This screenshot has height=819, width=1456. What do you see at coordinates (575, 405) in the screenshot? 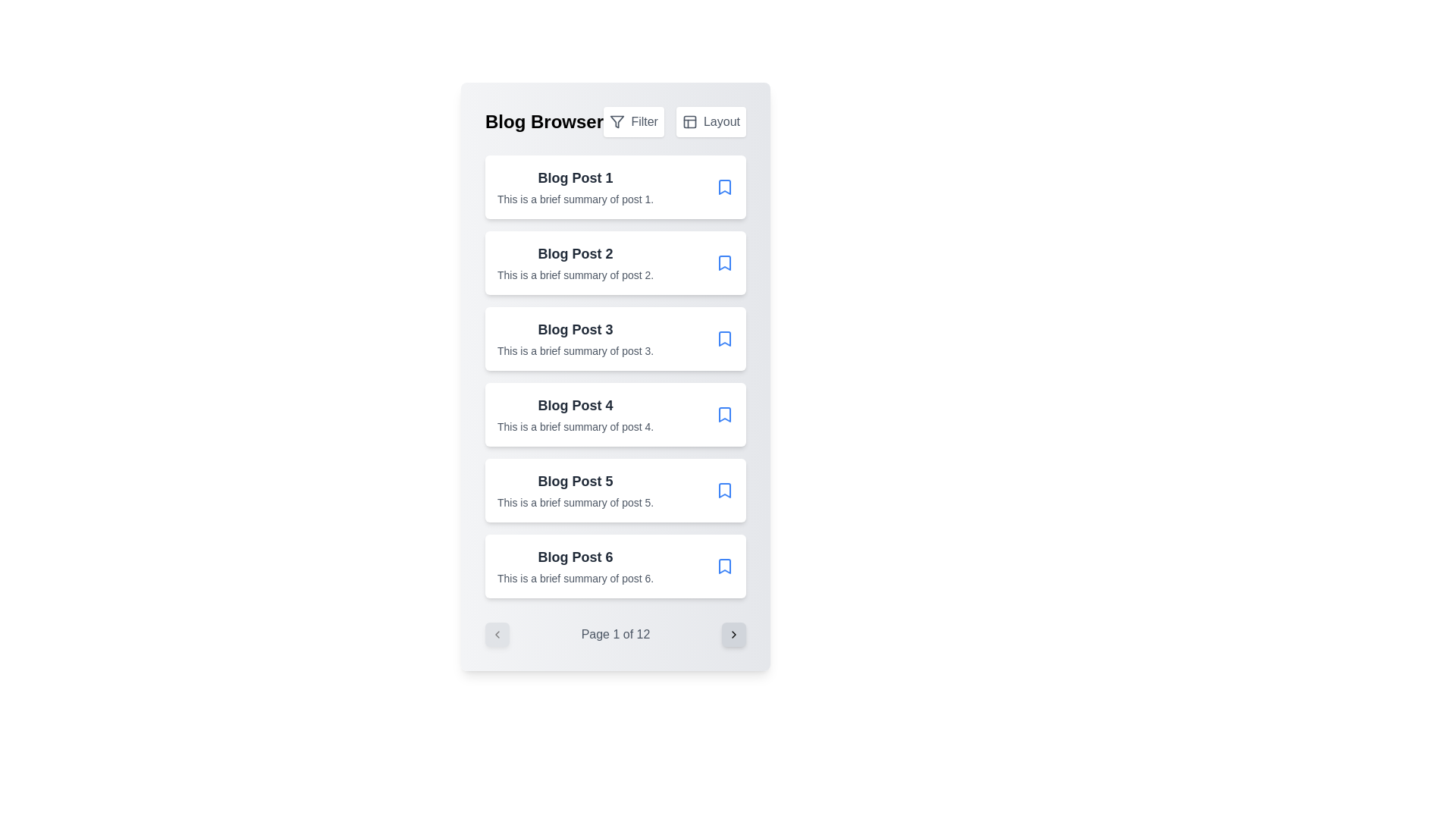
I see `the text label element titled 'Blog Post 4'` at bounding box center [575, 405].